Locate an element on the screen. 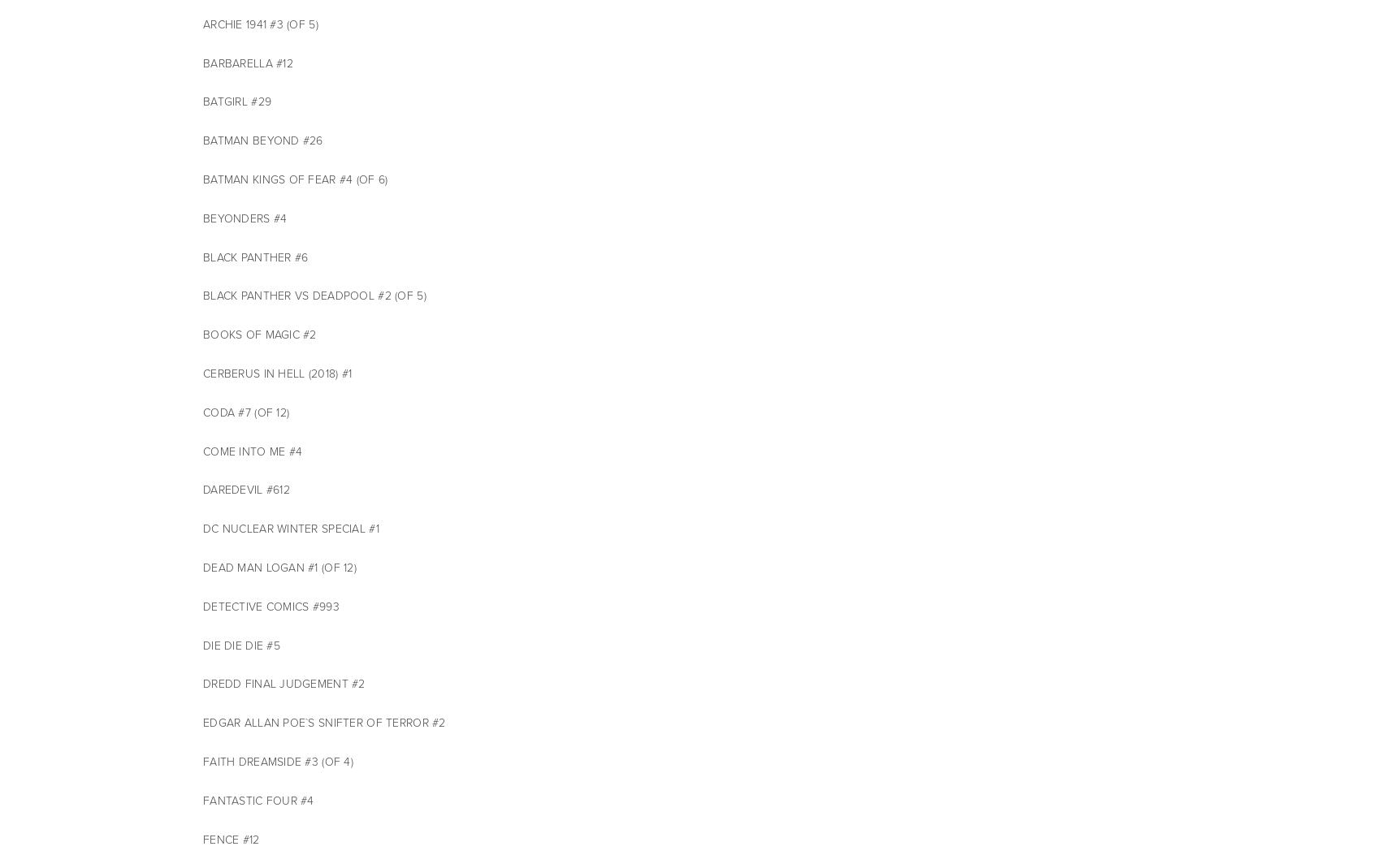 The width and height of the screenshot is (1381, 868). 'DIE DIE DIE #5' is located at coordinates (203, 645).